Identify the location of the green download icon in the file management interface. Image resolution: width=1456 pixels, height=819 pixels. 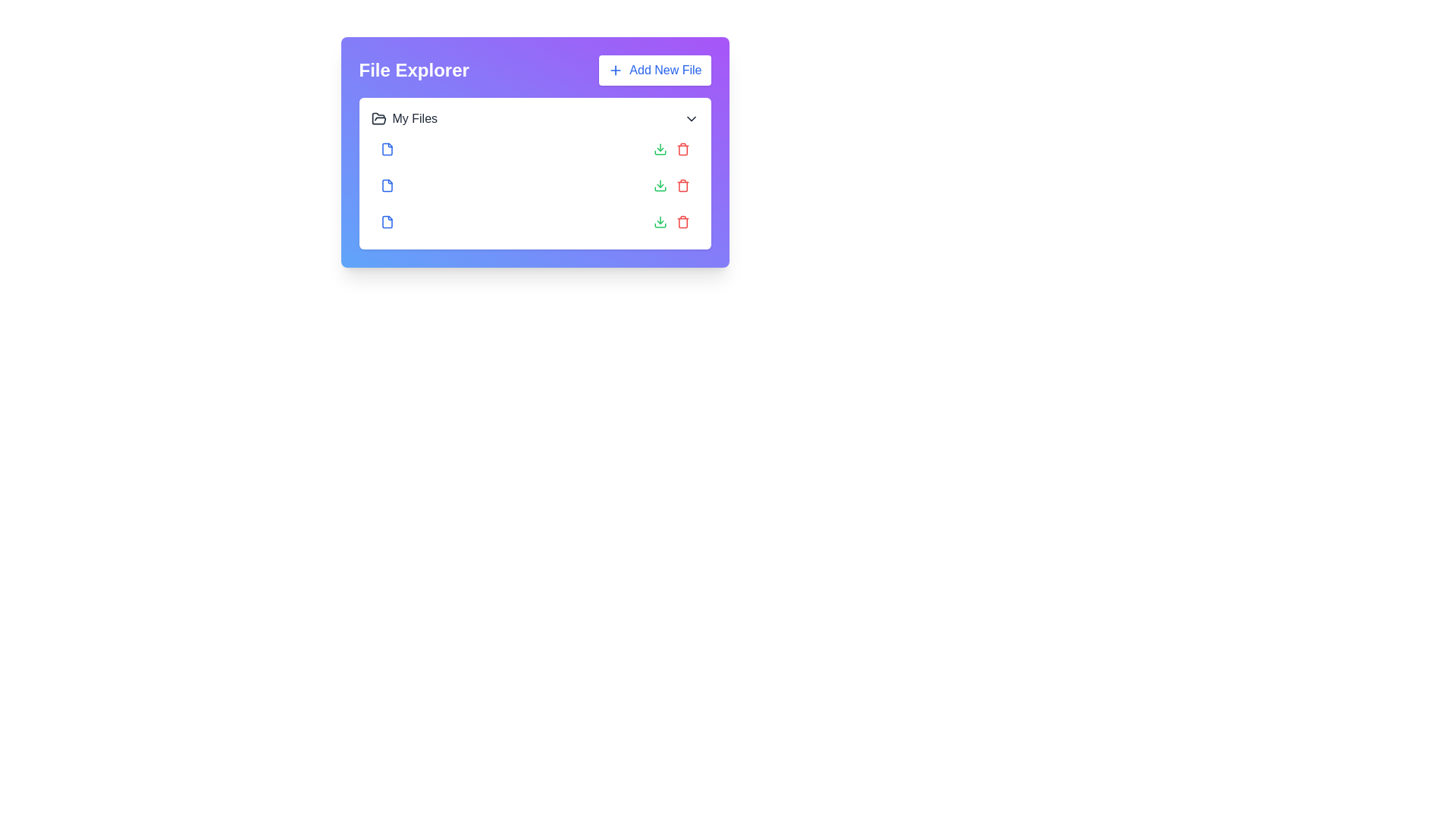
(660, 222).